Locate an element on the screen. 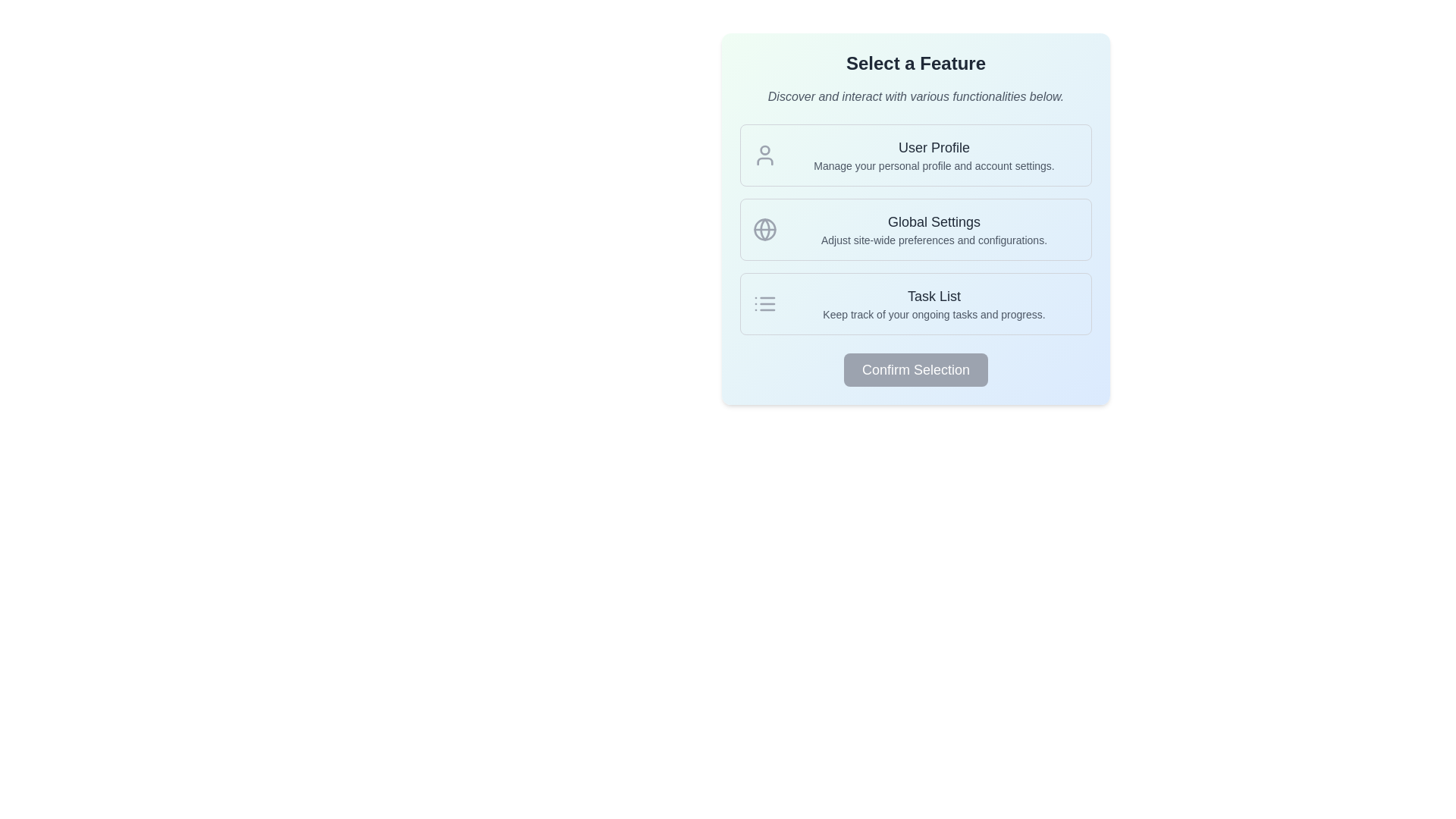  properties of the 'Global Settings' navigation option, which is a rectangular section containing a bold heading and subtext about site-wide preferences, located in the 'Select a Feature' list is located at coordinates (915, 230).